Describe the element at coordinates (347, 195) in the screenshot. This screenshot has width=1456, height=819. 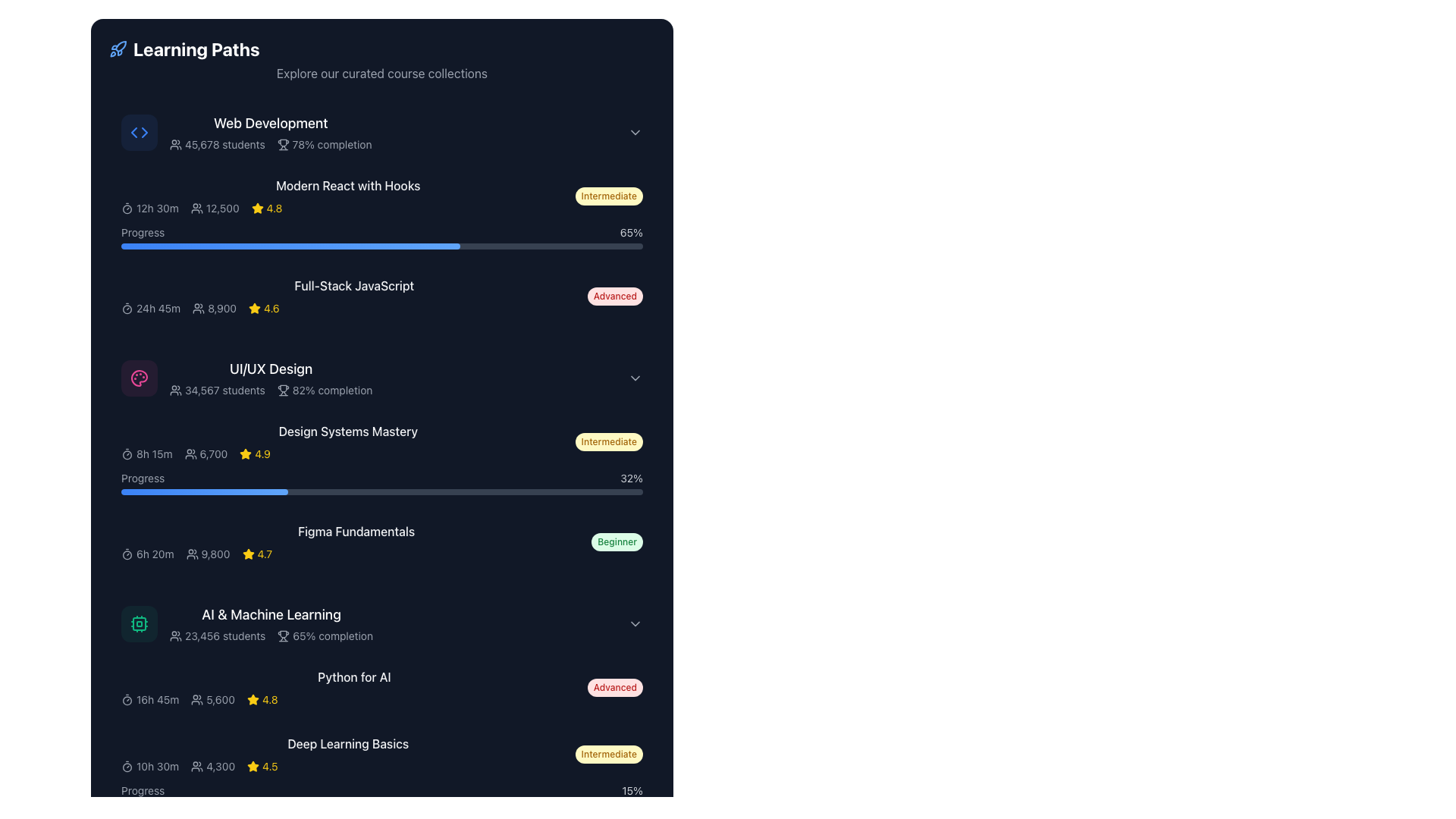
I see `the Course Listing Card located in the 'Learning Paths' section, which is the second item below the 'Web Development' header` at that location.